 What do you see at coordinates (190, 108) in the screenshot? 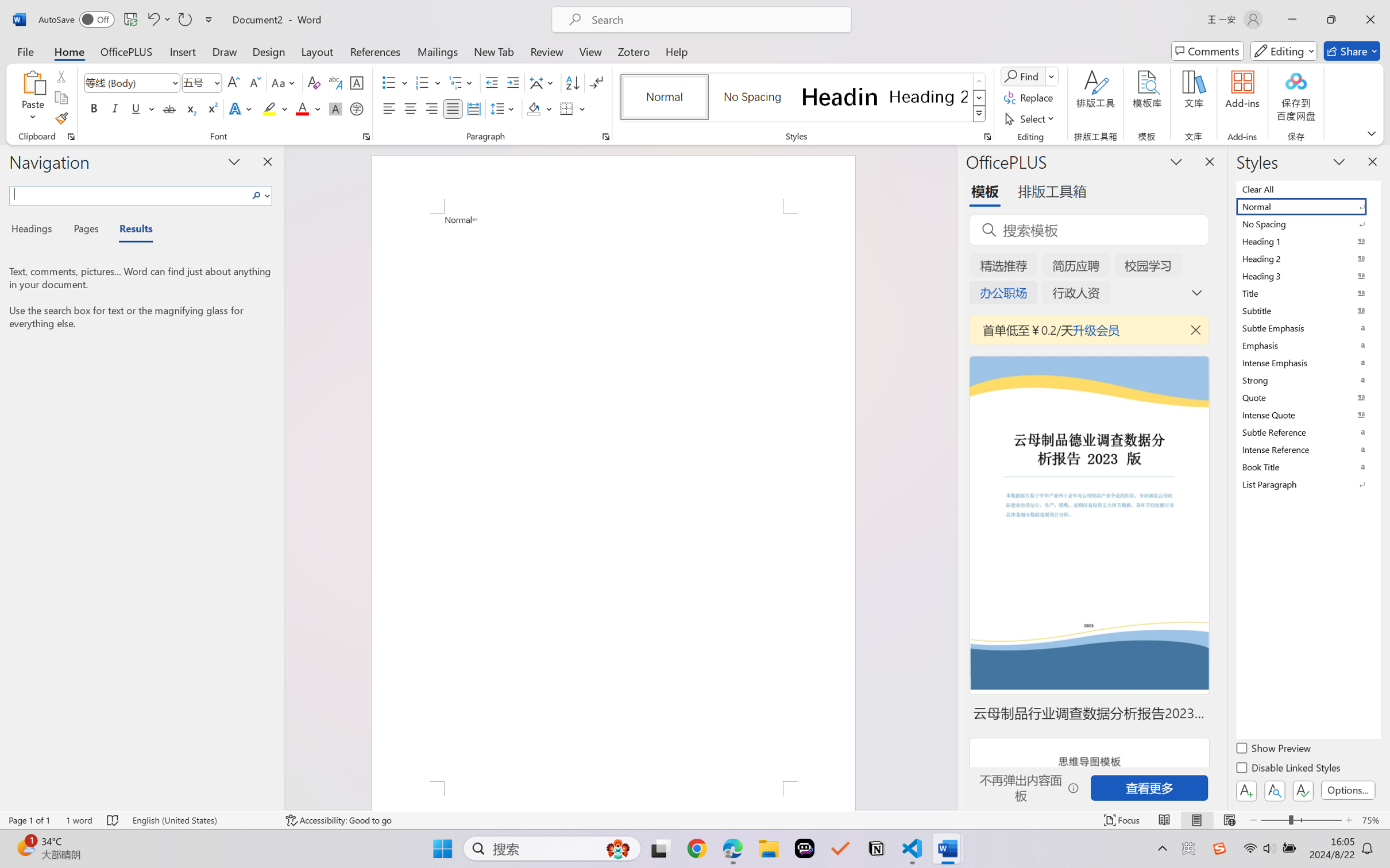
I see `'Subscript'` at bounding box center [190, 108].